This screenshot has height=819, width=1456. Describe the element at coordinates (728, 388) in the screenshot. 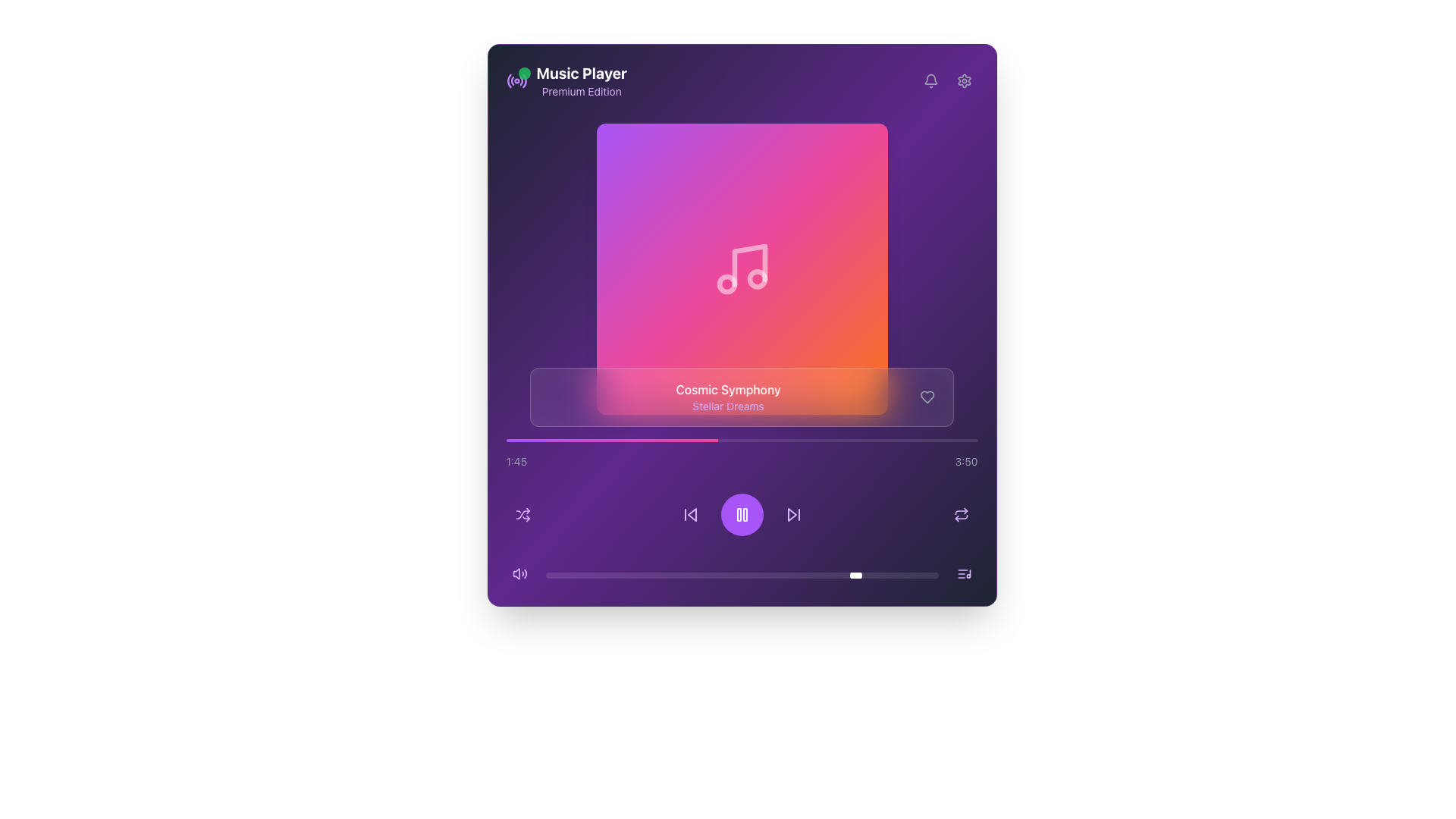

I see `text displayed in the Text Label that shows the title of the currently playing media, located below the album artwork and above another text element displaying 'Stellar Dreams'` at that location.